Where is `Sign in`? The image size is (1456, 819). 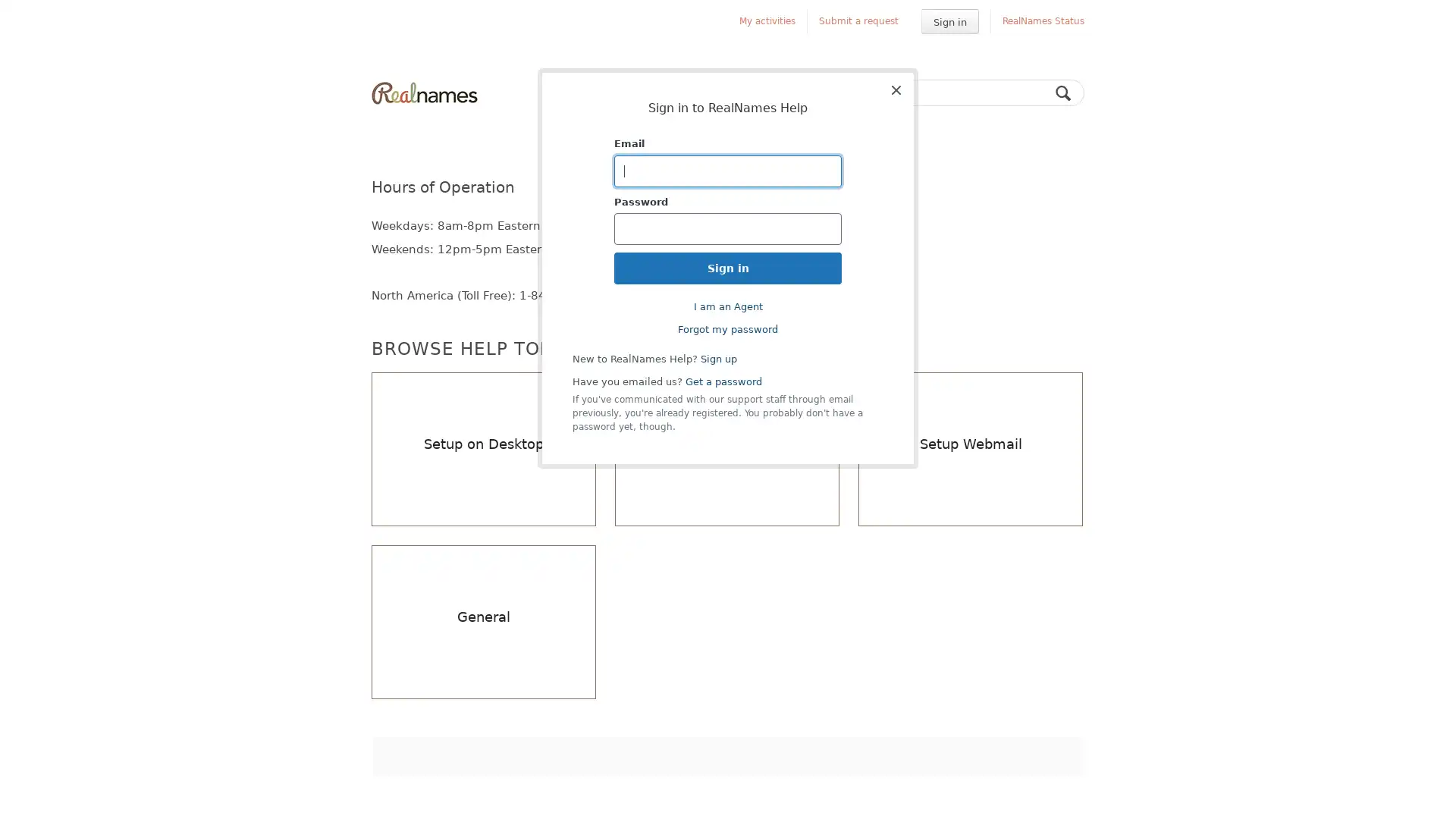 Sign in is located at coordinates (949, 21).